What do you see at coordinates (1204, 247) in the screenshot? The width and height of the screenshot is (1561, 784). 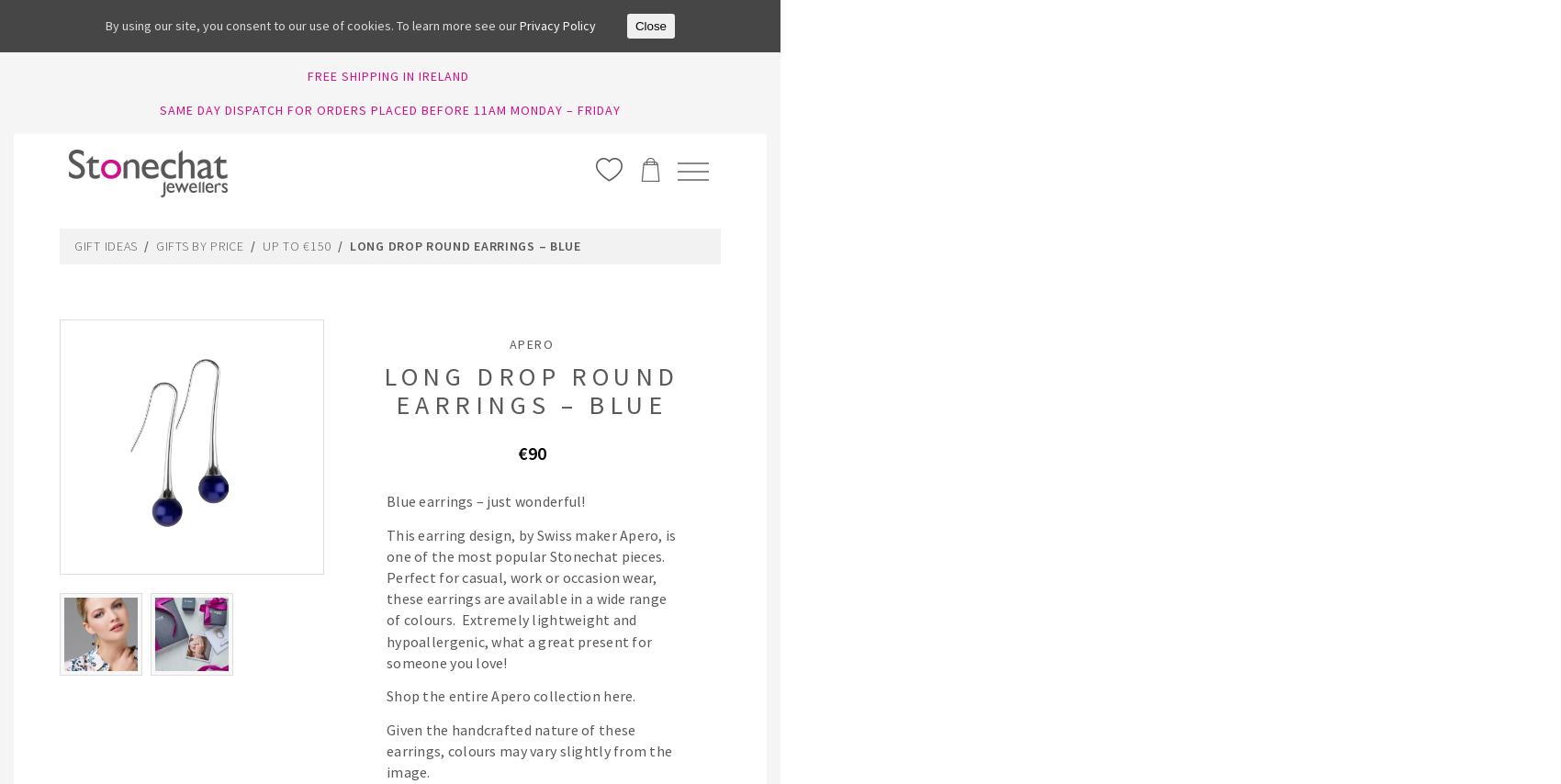 I see `'GIFTS'` at bounding box center [1204, 247].